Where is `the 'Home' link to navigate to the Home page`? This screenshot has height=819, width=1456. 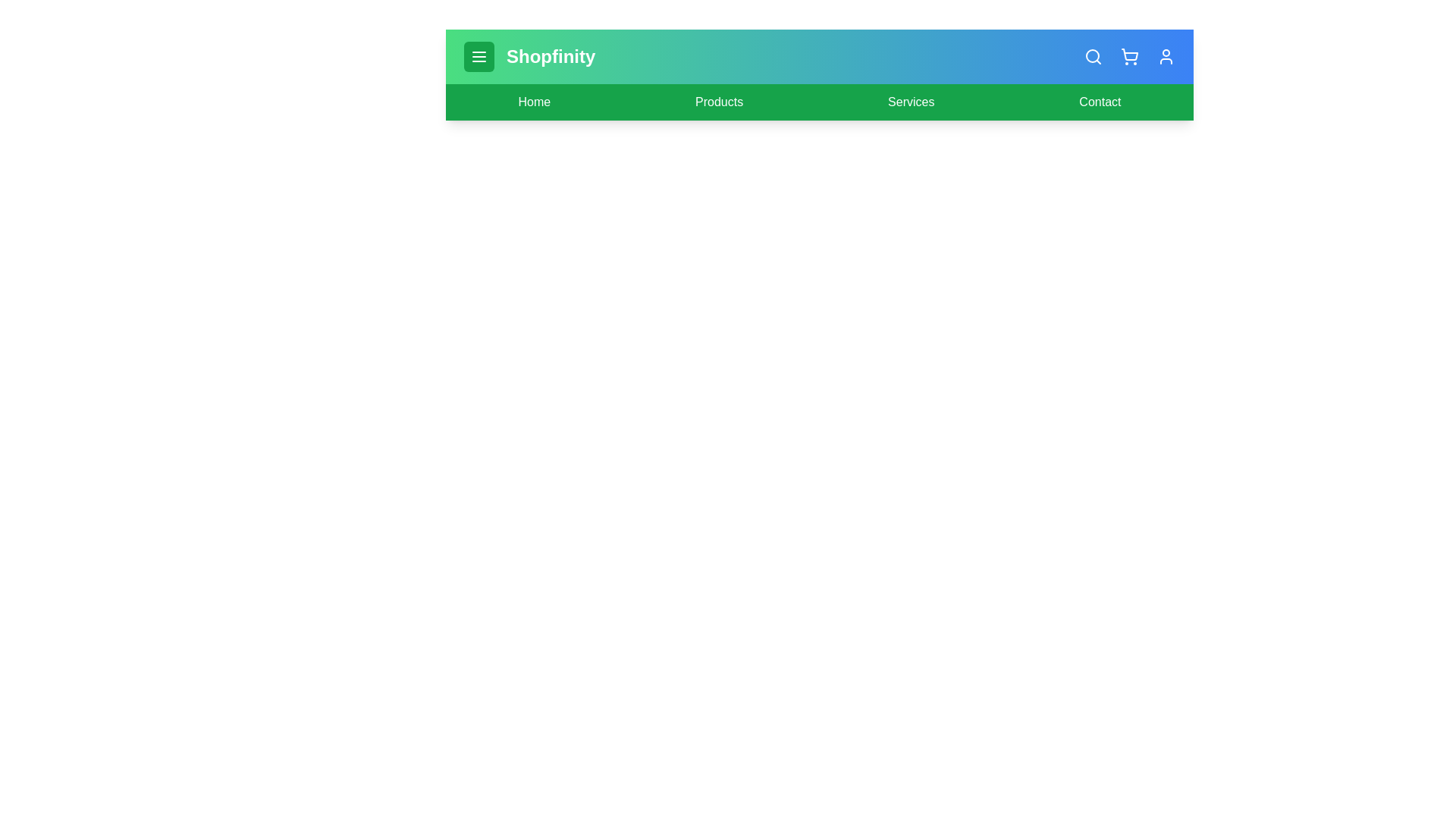 the 'Home' link to navigate to the Home page is located at coordinates (534, 102).